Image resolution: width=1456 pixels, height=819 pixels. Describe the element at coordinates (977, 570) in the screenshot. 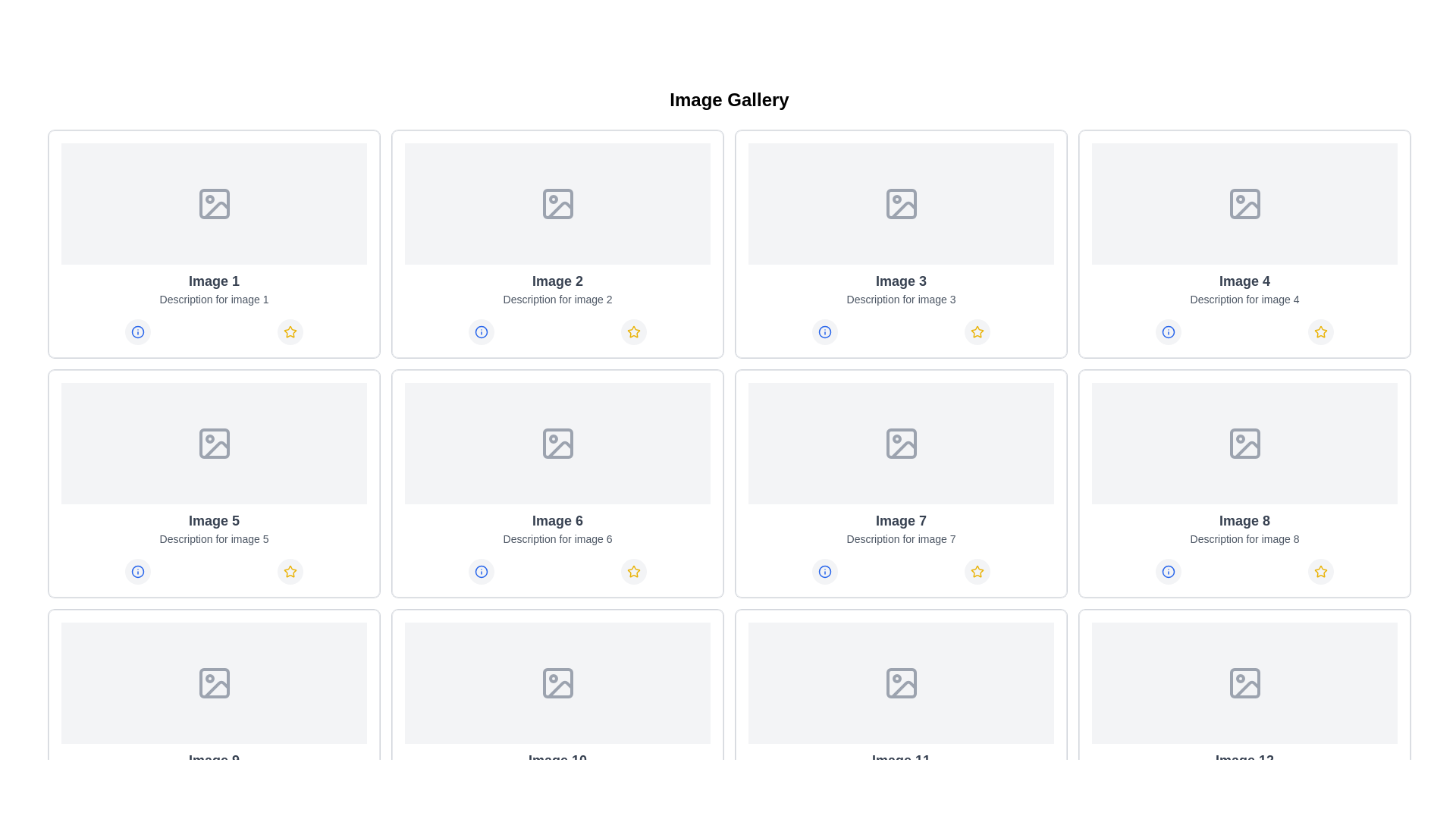

I see `the favorite icon button located directly below the 'Image 7' card in the image gallery` at that location.